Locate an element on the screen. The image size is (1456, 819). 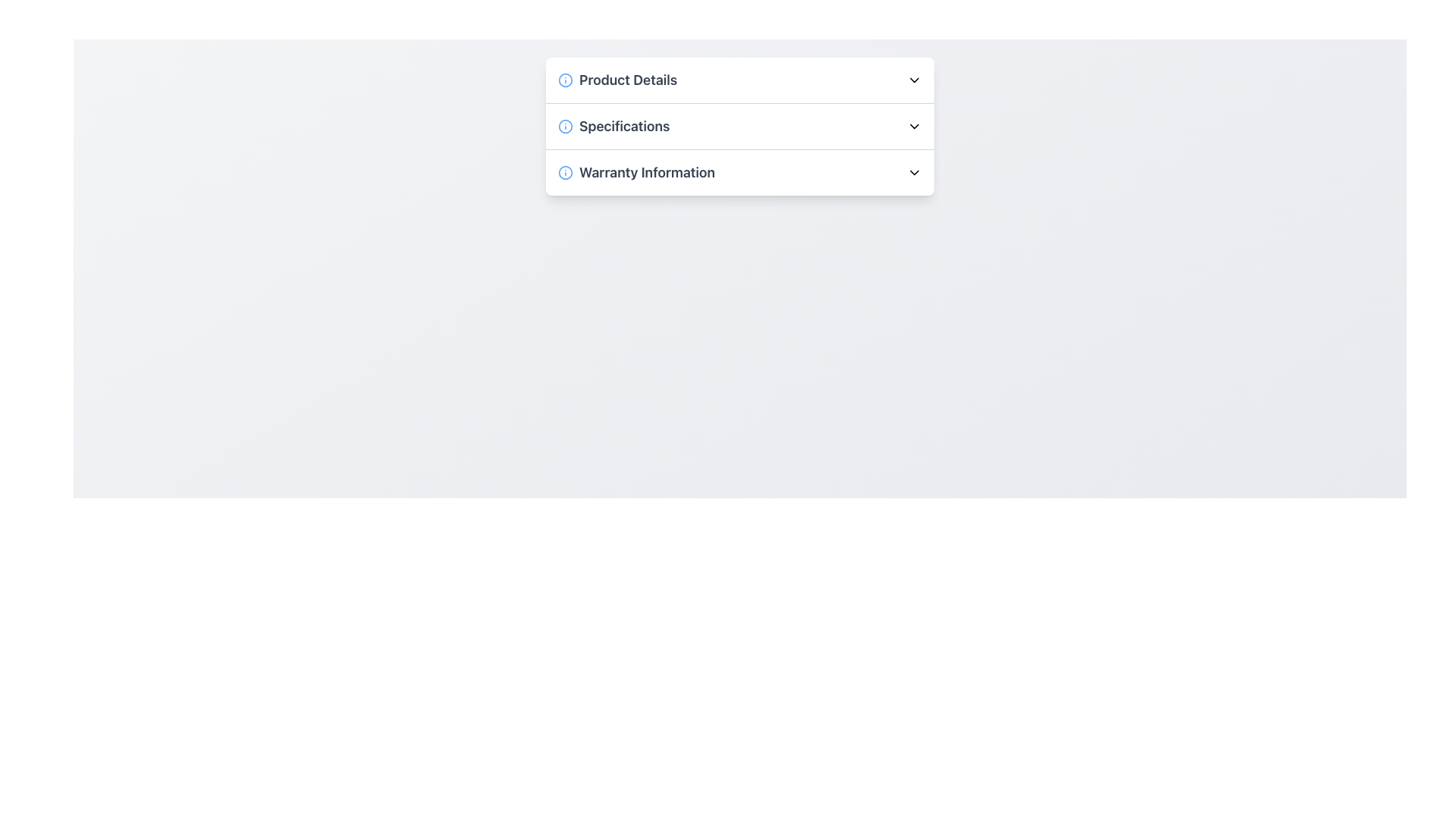
the 'Product Details' text label, which is styled with a bold font and a grayish color tone, and is visually distinct due to its larger font size compared to other text on the interface is located at coordinates (628, 80).